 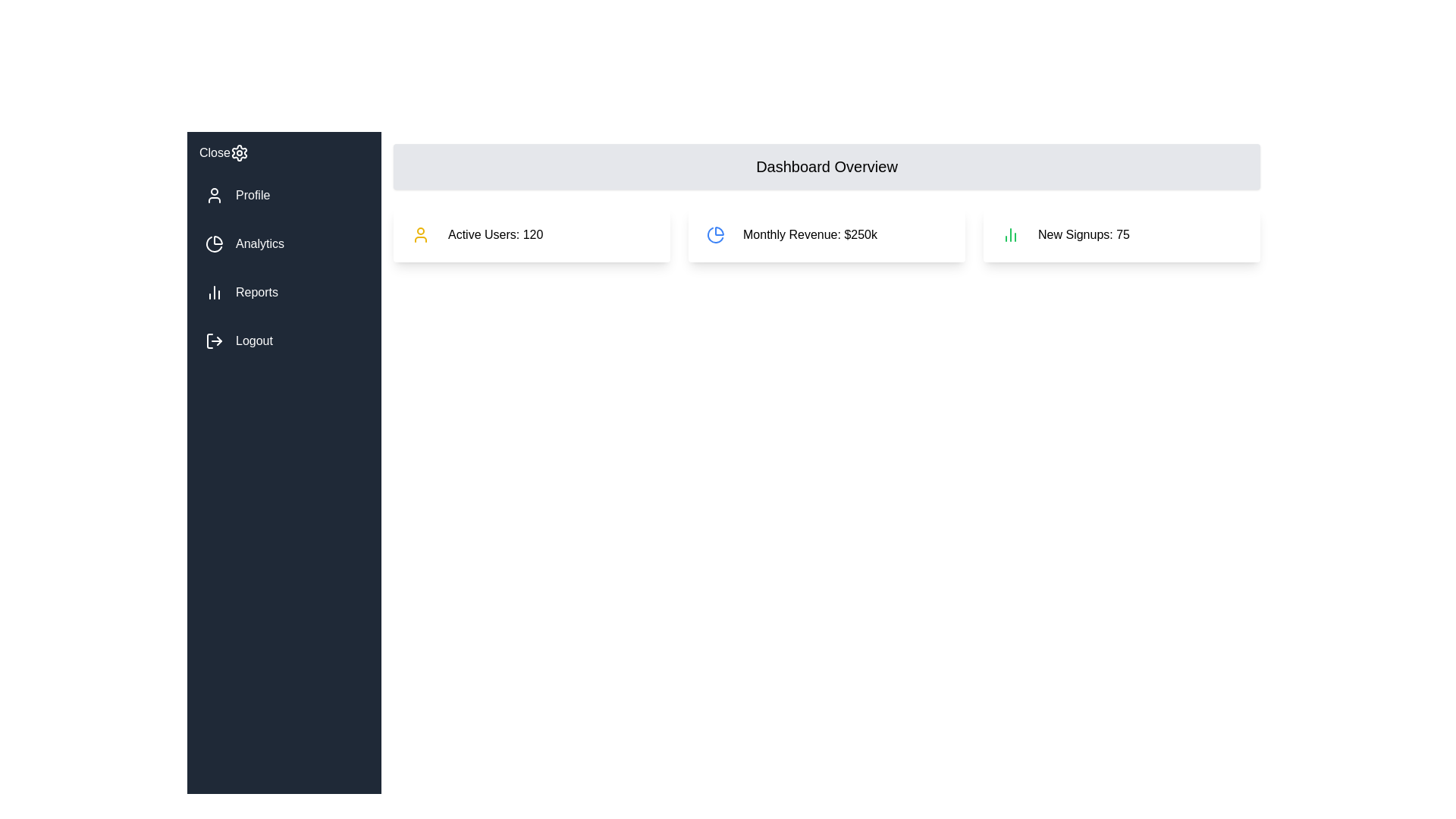 I want to click on the logout arrow icon in the sidebar menu, which is directly above the word 'Logout', so click(x=214, y=341).